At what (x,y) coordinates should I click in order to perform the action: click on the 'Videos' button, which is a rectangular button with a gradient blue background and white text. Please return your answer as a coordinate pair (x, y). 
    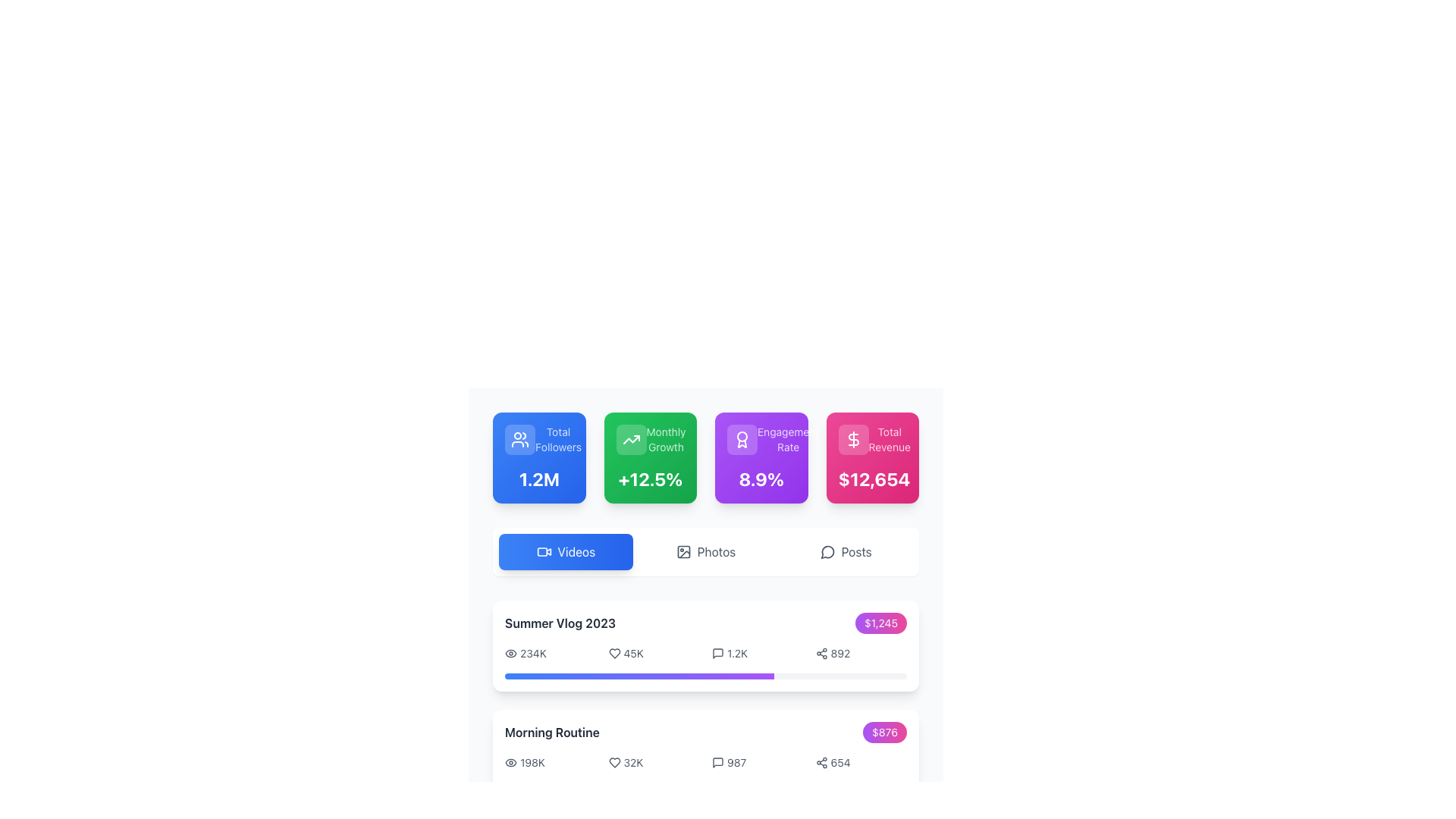
    Looking at the image, I should click on (565, 552).